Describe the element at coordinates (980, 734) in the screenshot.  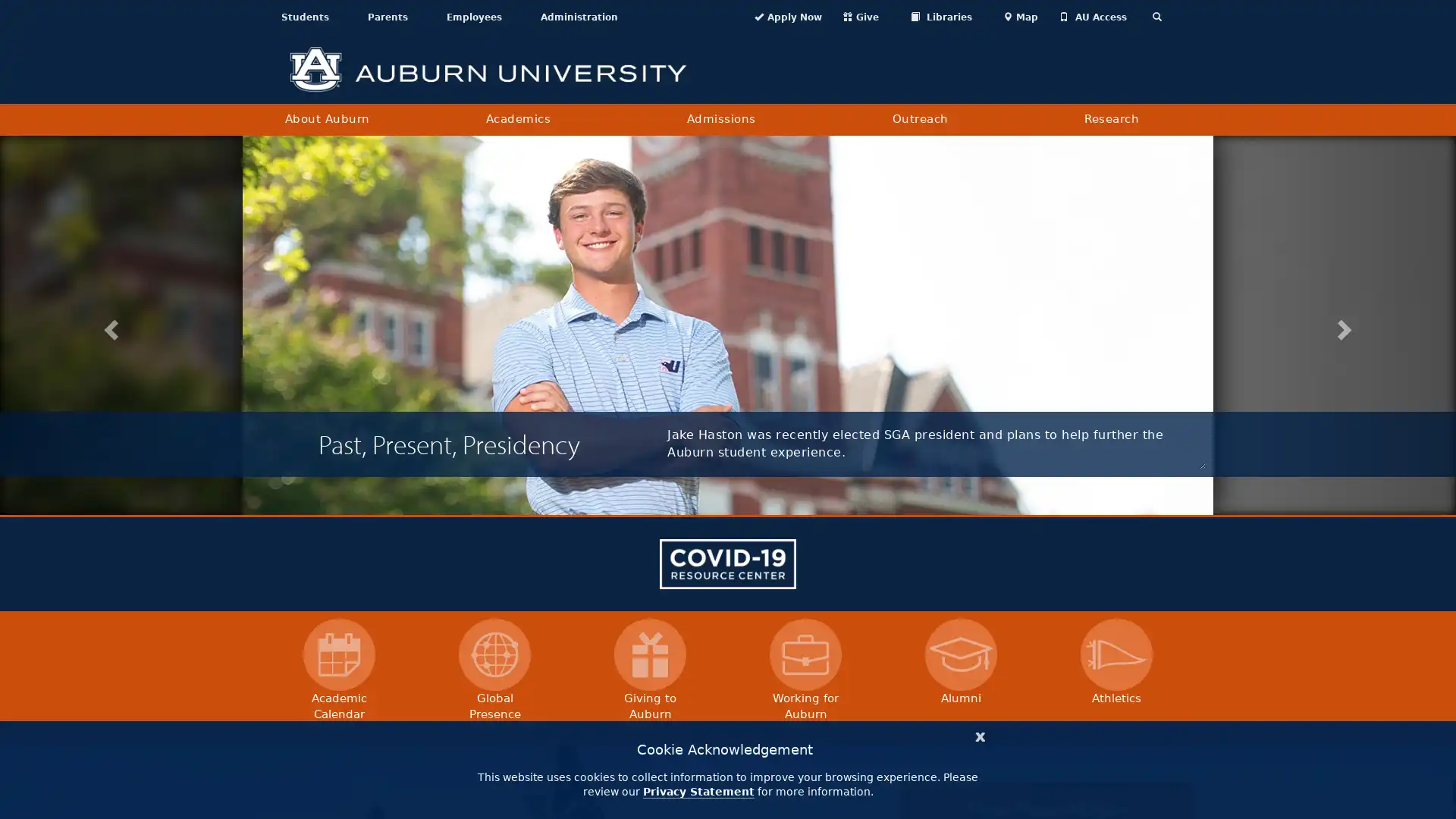
I see `Close` at that location.